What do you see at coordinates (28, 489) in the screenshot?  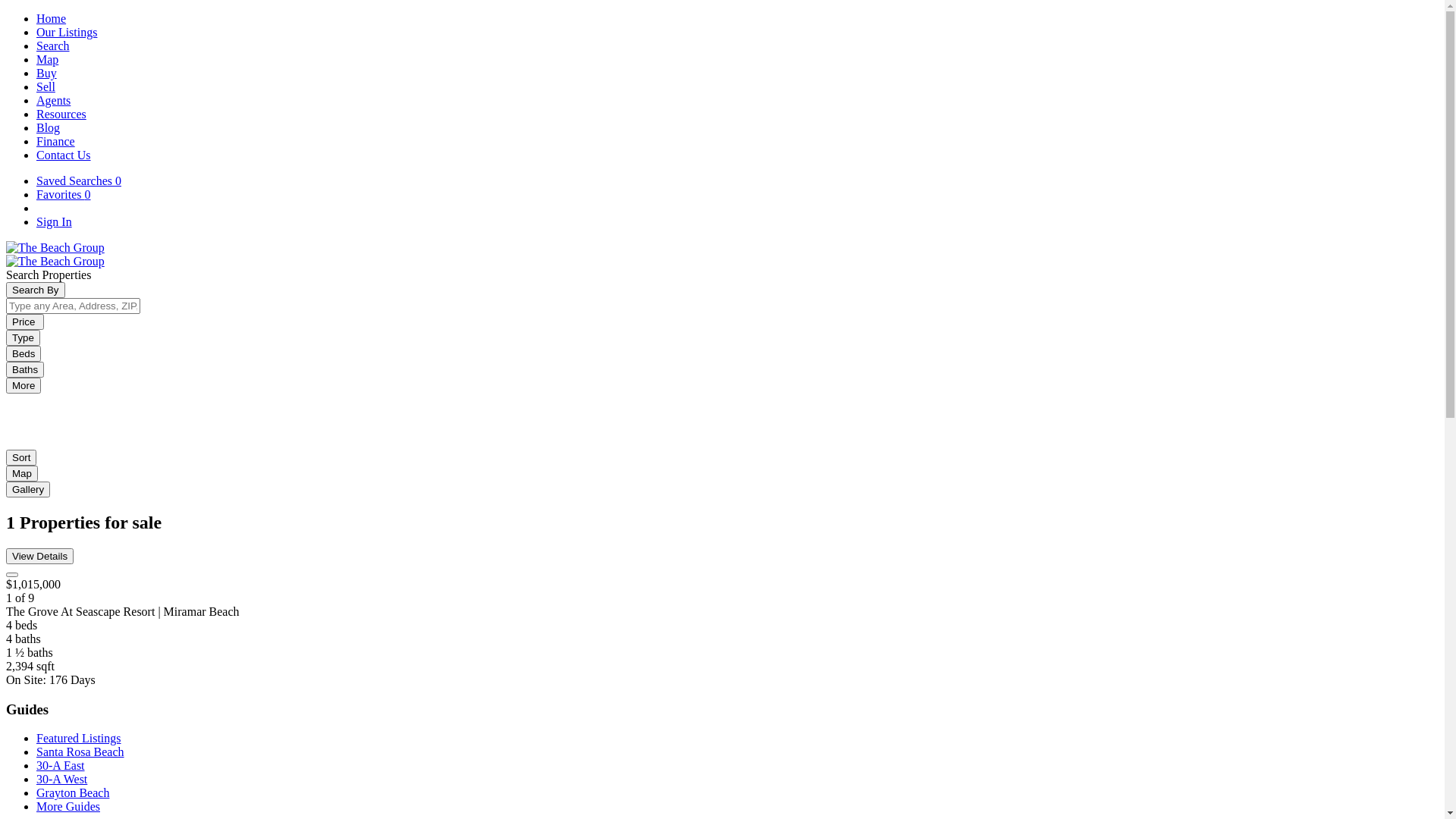 I see `'Gallery'` at bounding box center [28, 489].